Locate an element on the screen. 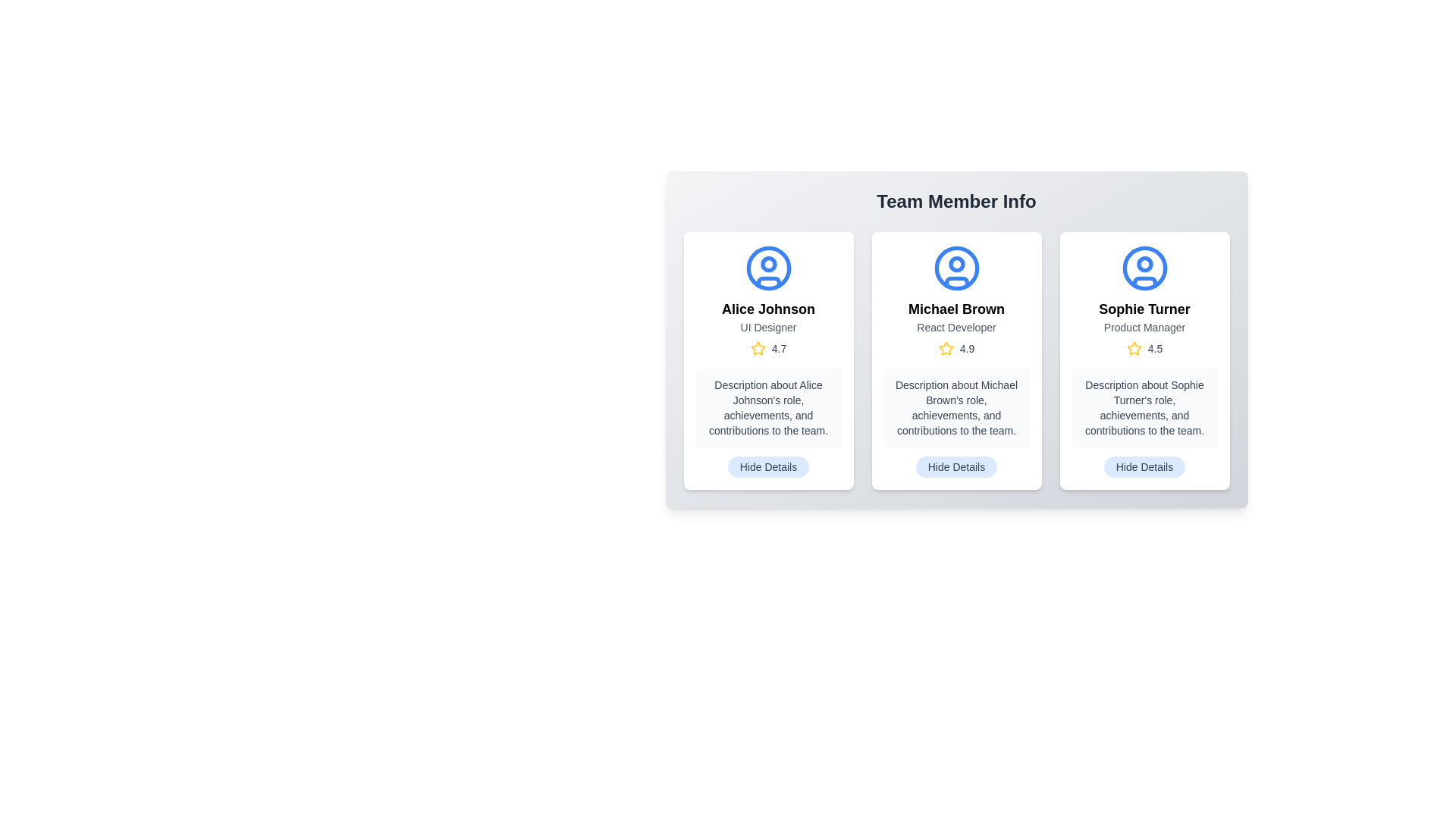 This screenshot has width=1456, height=819. the pill-shaped 'Hide Details' button with light blue background and gray text, located at the bottom-center of the card detailing Alice Johnson's information is located at coordinates (768, 466).